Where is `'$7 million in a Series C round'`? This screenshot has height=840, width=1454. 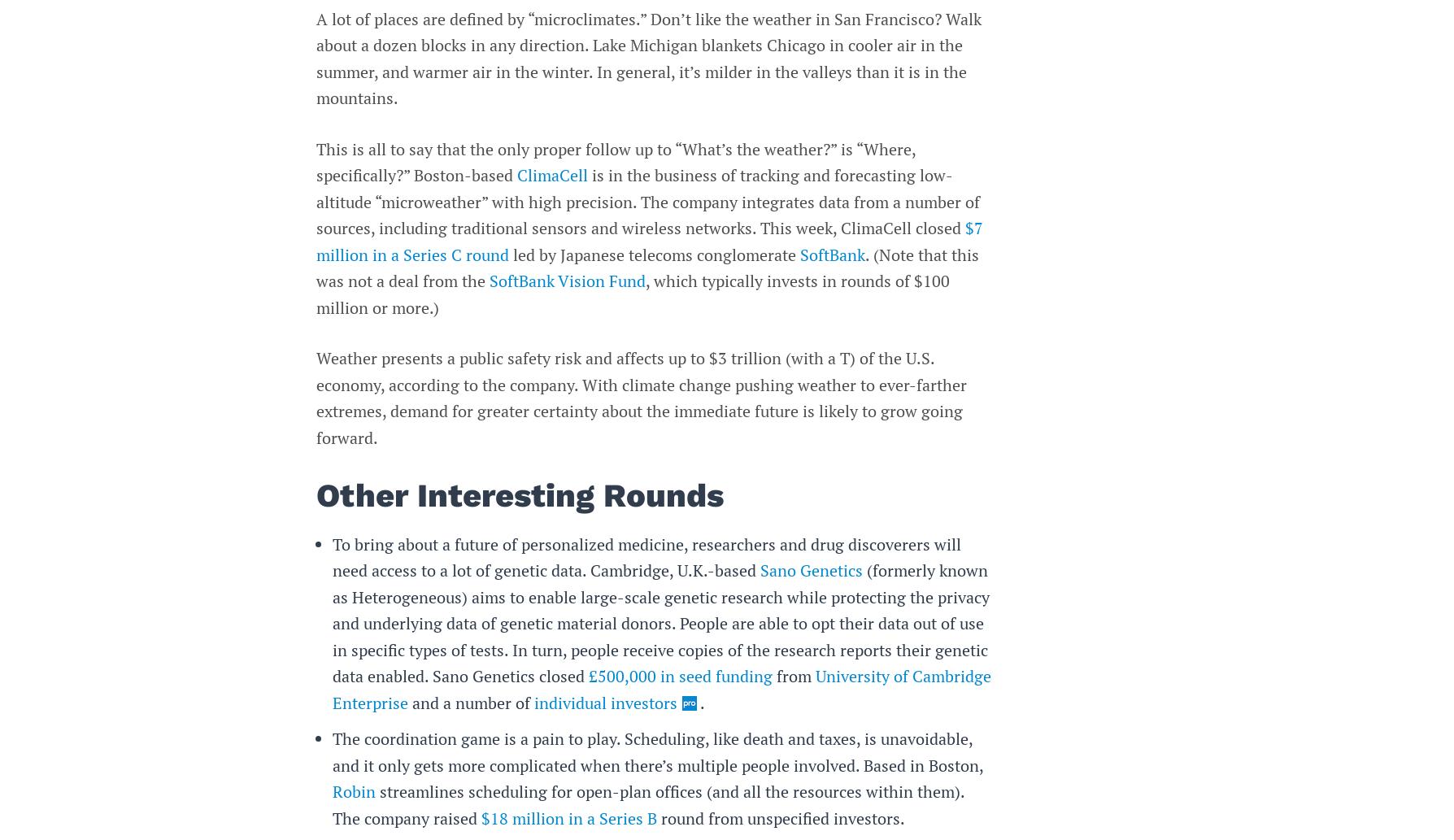
'$7 million in a Series C round' is located at coordinates (649, 240).